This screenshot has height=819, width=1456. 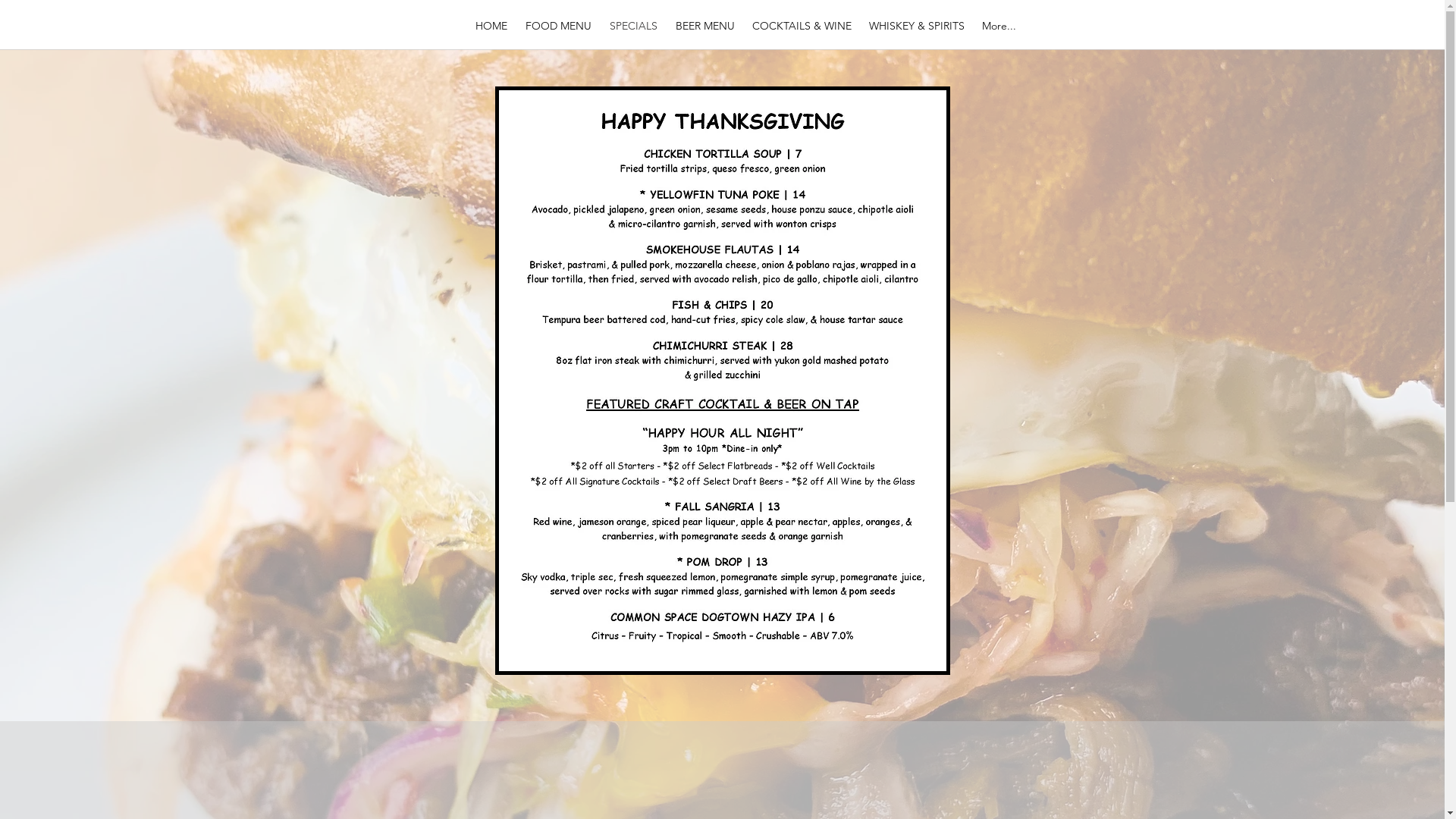 What do you see at coordinates (633, 25) in the screenshot?
I see `'SPECIALS'` at bounding box center [633, 25].